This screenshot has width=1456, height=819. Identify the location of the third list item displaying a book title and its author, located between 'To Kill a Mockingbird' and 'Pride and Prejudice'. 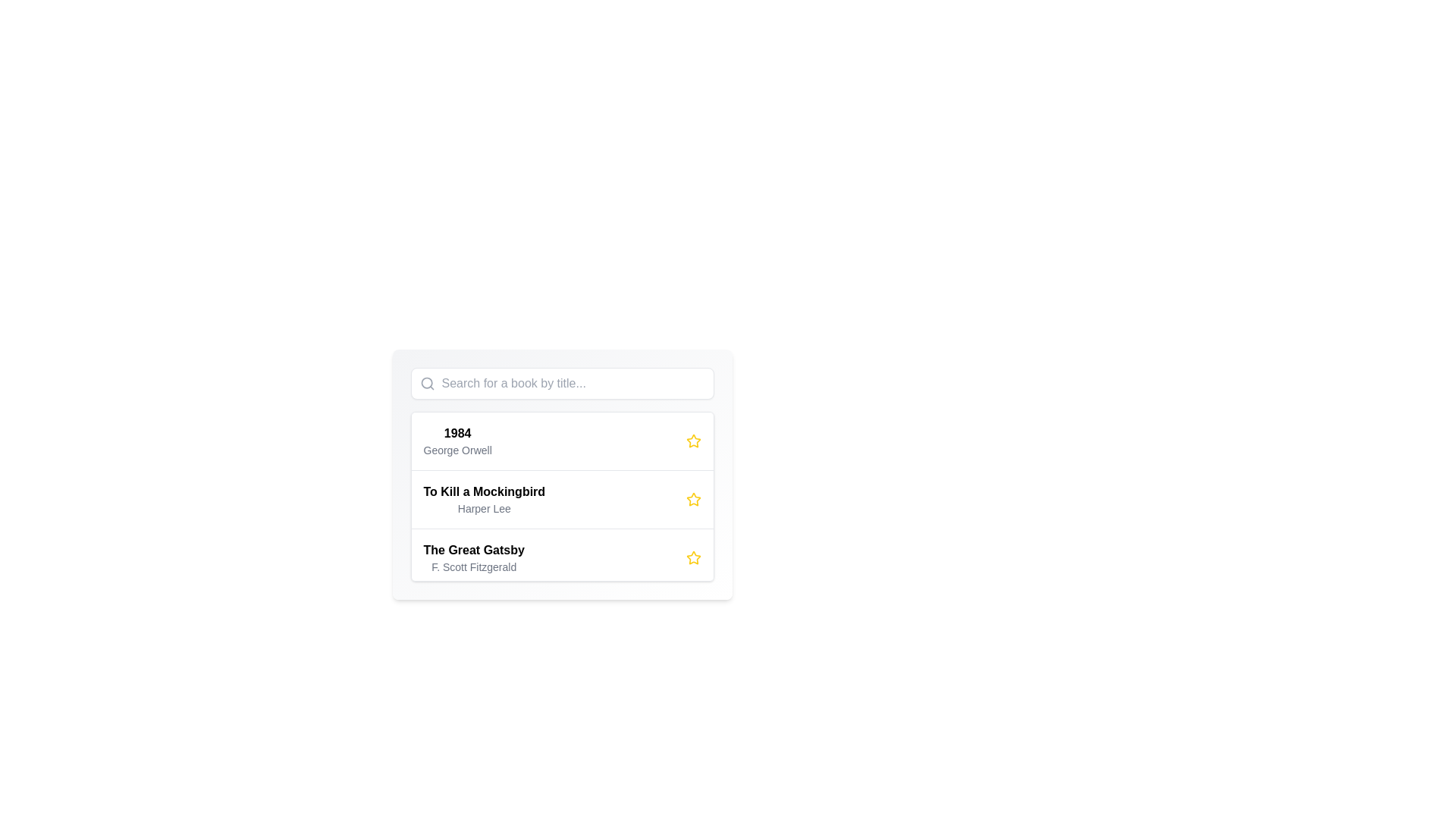
(561, 557).